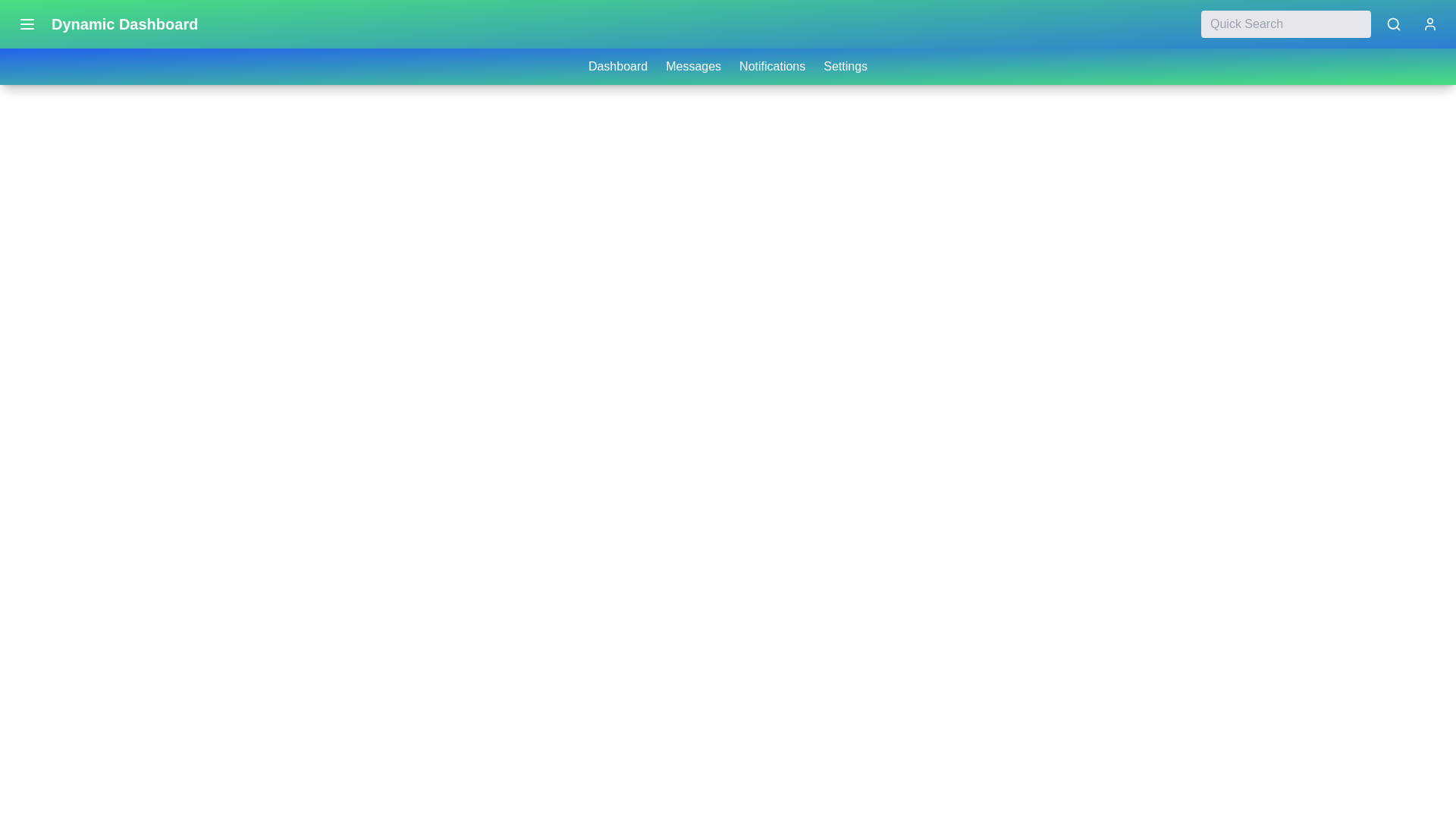 This screenshot has width=1456, height=819. What do you see at coordinates (1394, 24) in the screenshot?
I see `the search button located to the right of the 'Quick Search' text input field in the top navigation bar` at bounding box center [1394, 24].